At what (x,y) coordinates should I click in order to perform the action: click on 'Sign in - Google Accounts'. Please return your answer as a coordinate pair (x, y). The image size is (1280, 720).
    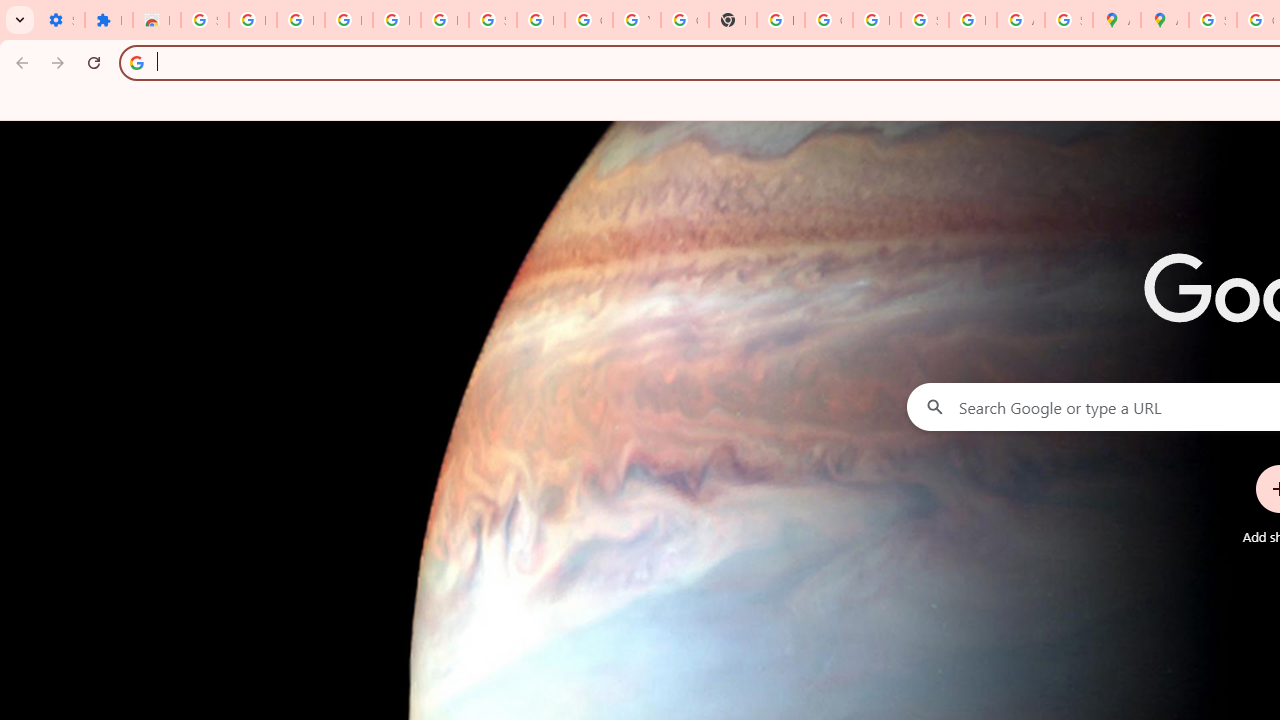
    Looking at the image, I should click on (204, 20).